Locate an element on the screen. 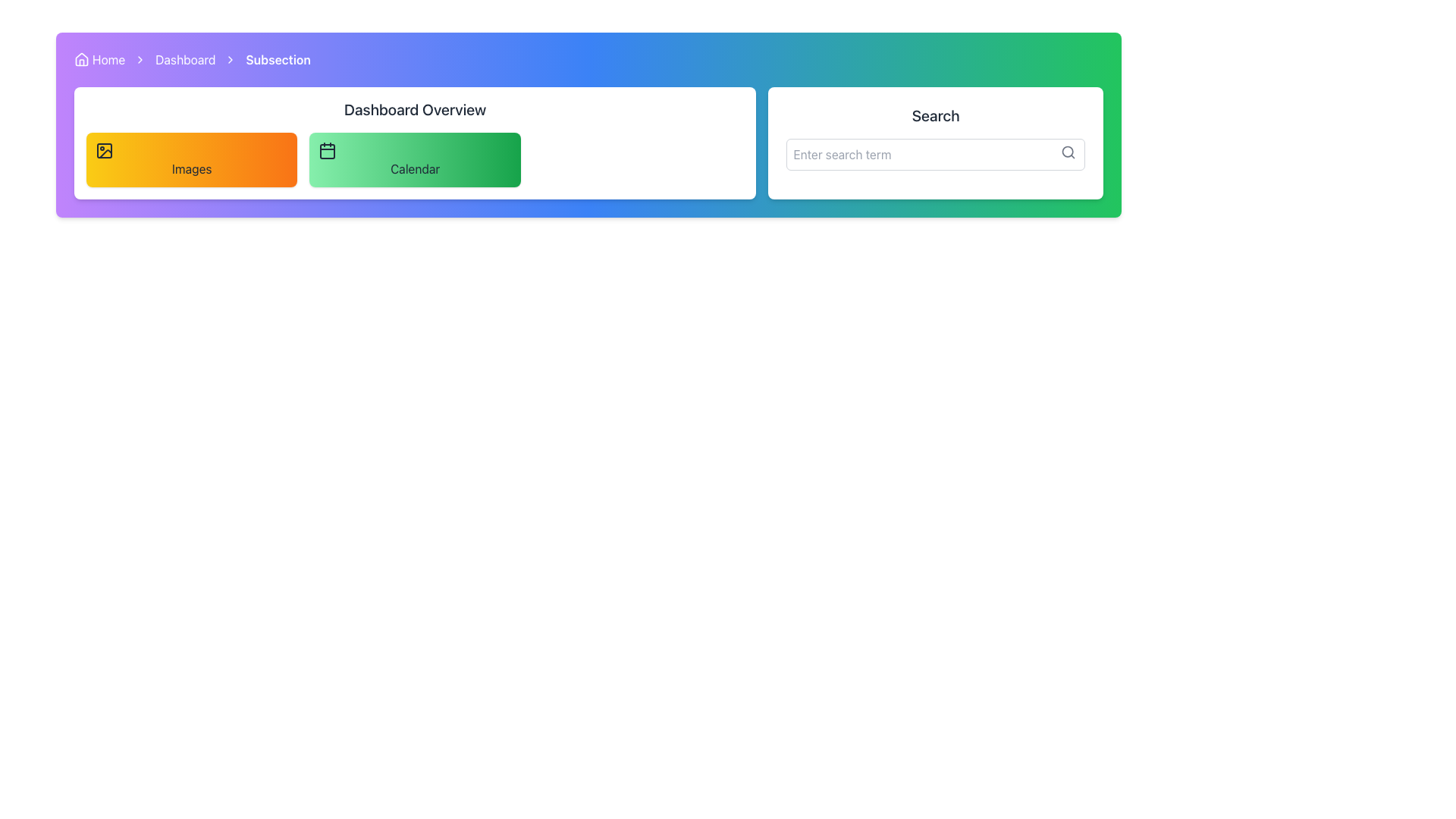 Image resolution: width=1456 pixels, height=819 pixels. the 'Dashboard Overview' heading to trigger any potential tooltips or events is located at coordinates (415, 109).